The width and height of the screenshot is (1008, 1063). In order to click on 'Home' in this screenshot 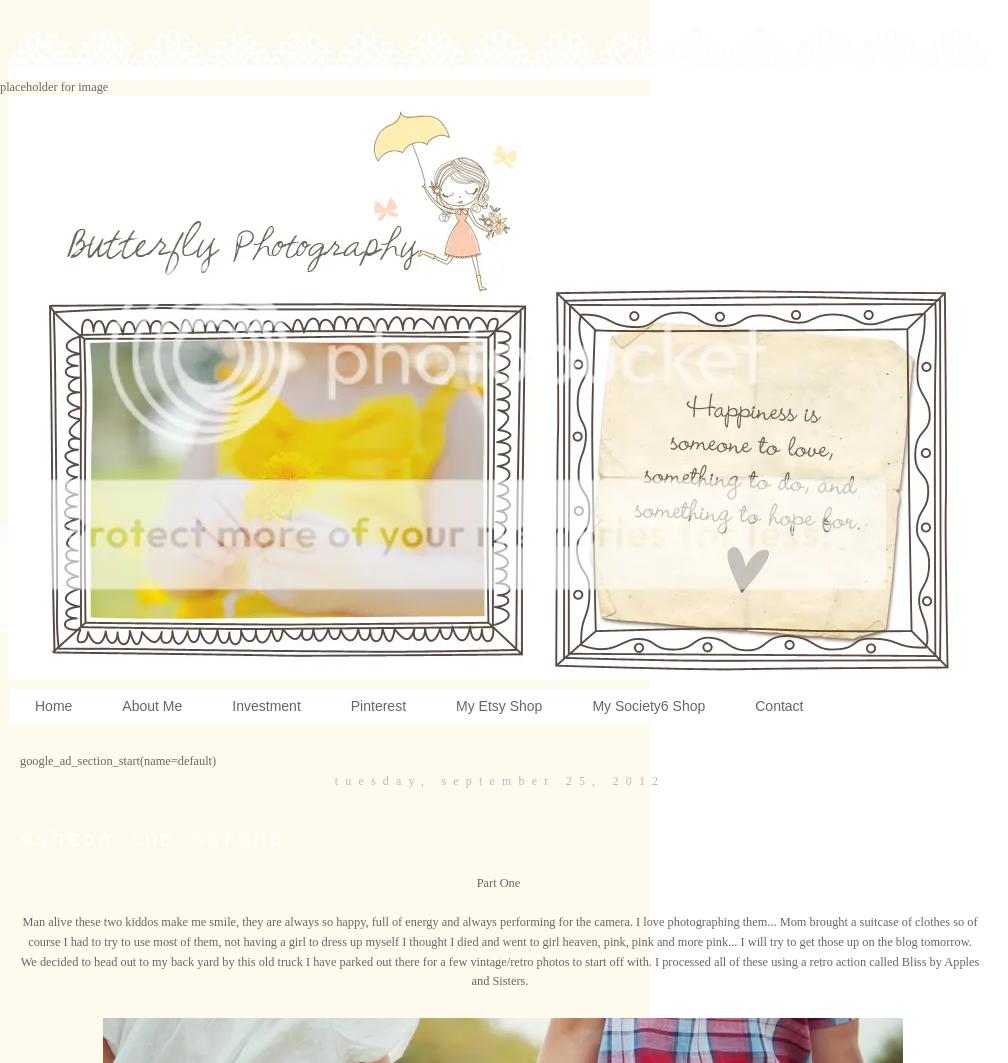, I will do `click(53, 705)`.